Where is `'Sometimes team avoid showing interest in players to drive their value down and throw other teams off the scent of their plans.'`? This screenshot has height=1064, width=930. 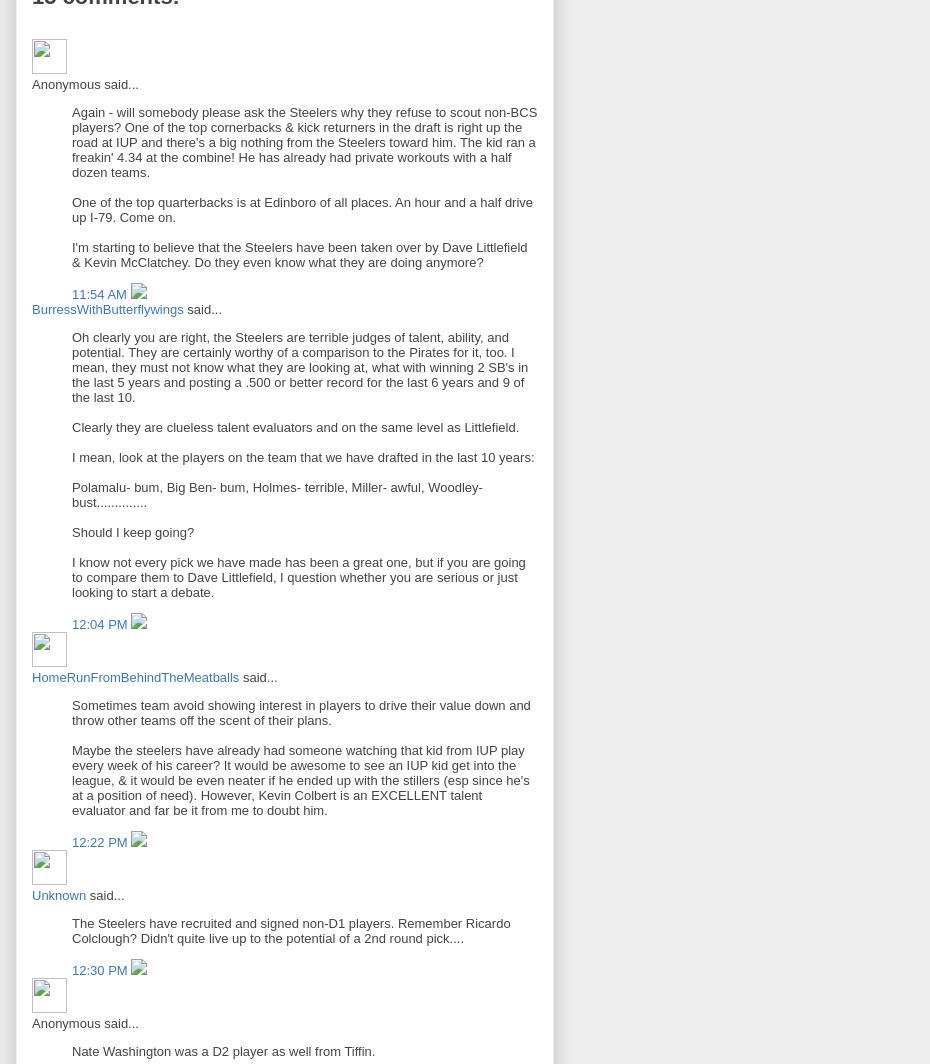 'Sometimes team avoid showing interest in players to drive their value down and throw other teams off the scent of their plans.' is located at coordinates (301, 712).